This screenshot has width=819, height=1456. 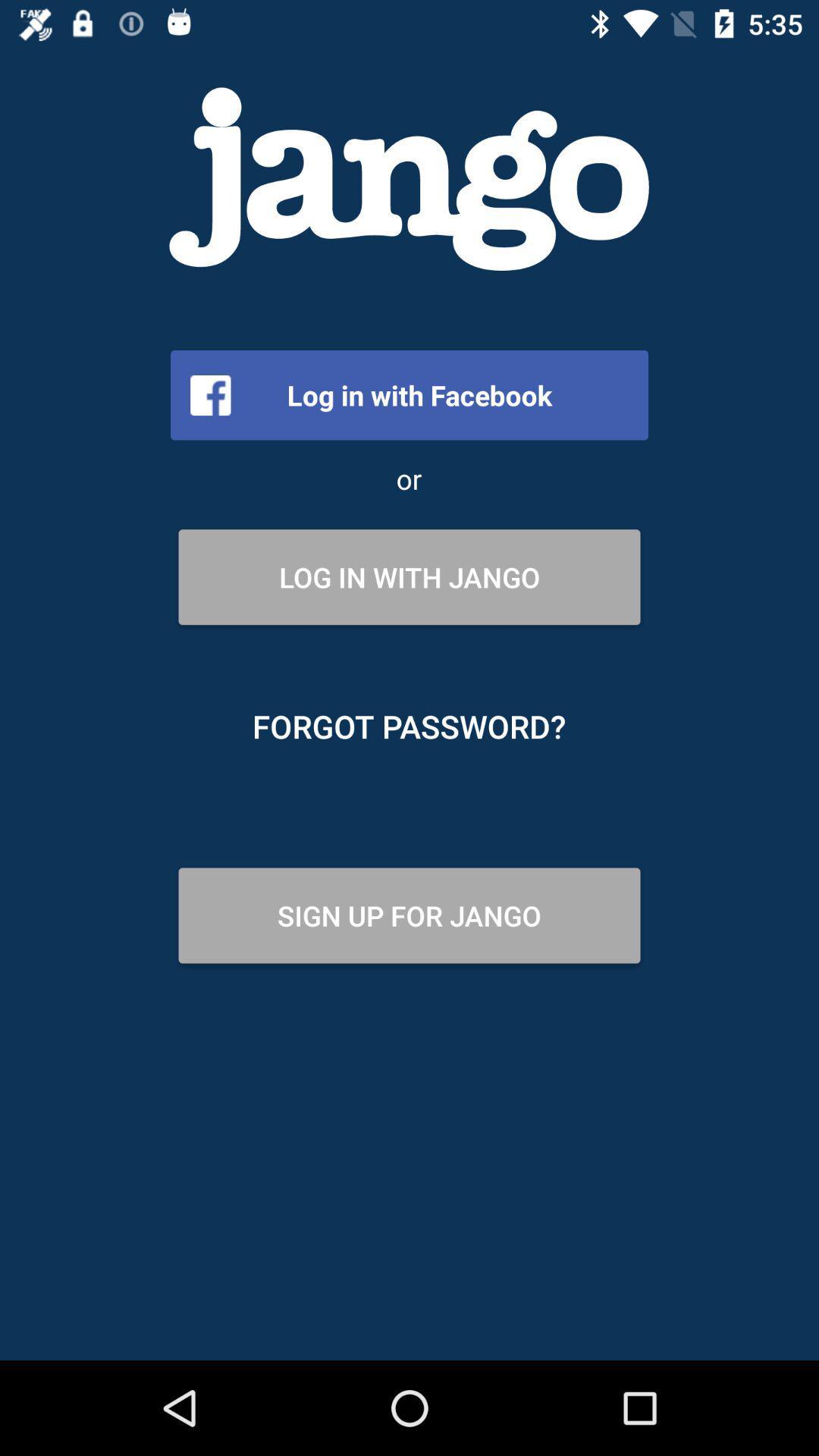 I want to click on sign up for icon, so click(x=409, y=915).